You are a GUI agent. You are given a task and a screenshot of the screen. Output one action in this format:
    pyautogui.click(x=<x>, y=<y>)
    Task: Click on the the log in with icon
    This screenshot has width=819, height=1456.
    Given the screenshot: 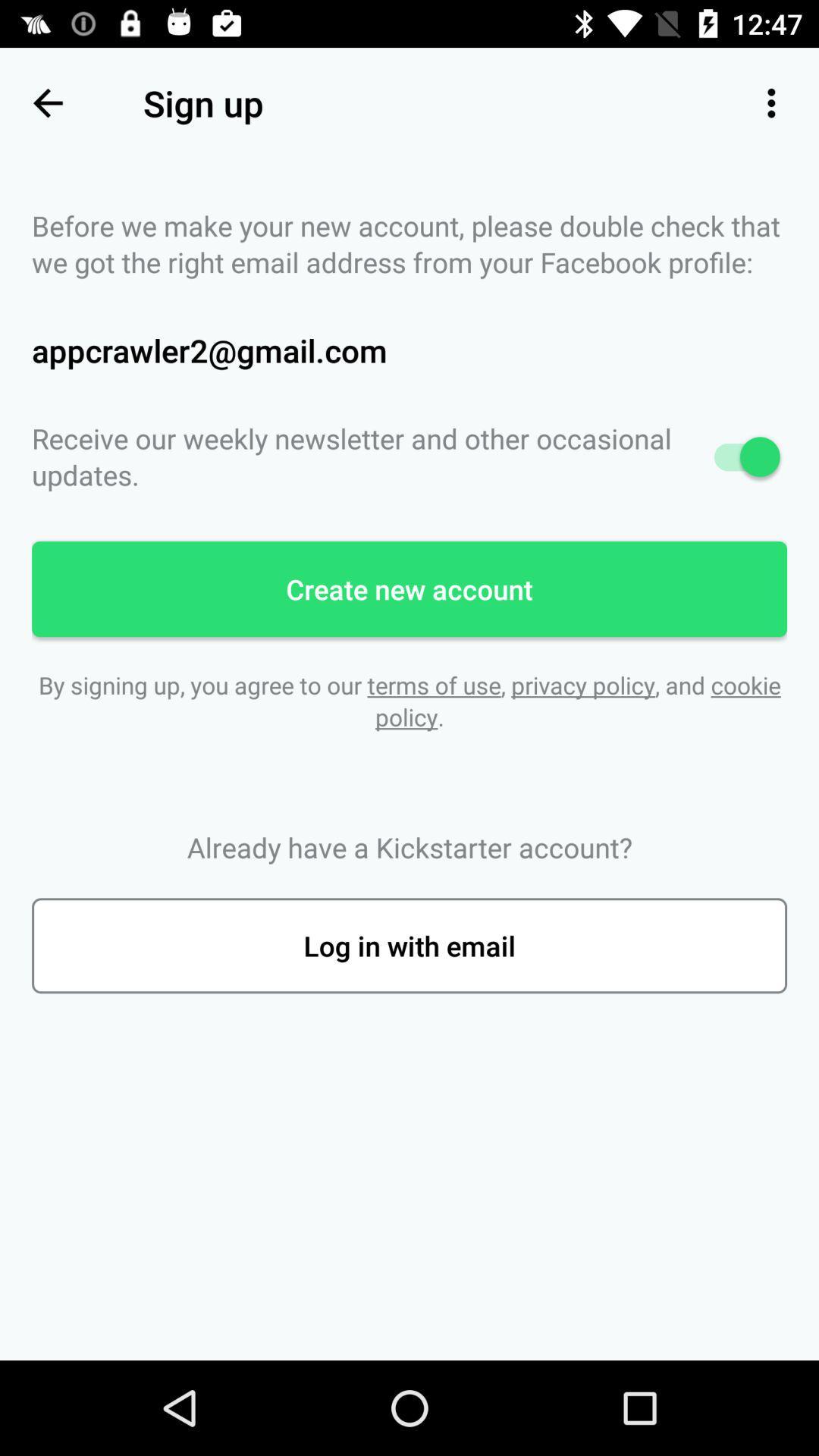 What is the action you would take?
    pyautogui.click(x=409, y=945)
    